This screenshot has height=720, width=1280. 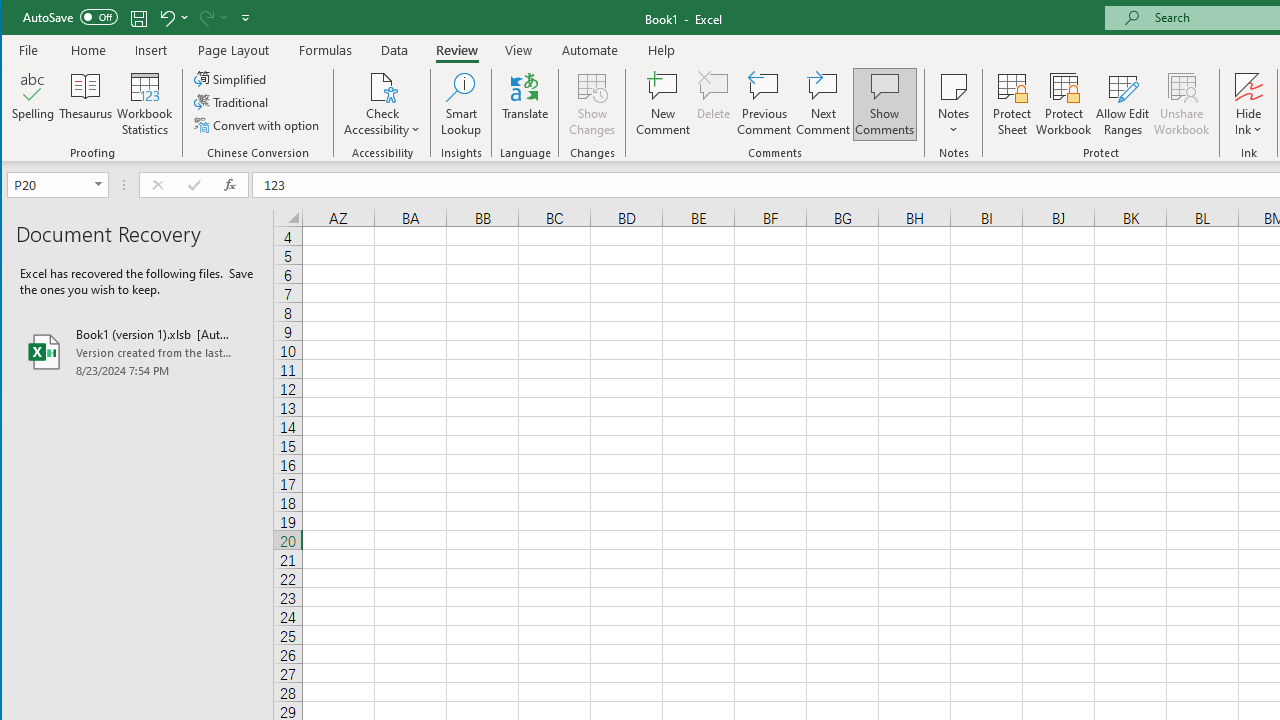 What do you see at coordinates (85, 104) in the screenshot?
I see `'Thesaurus...'` at bounding box center [85, 104].